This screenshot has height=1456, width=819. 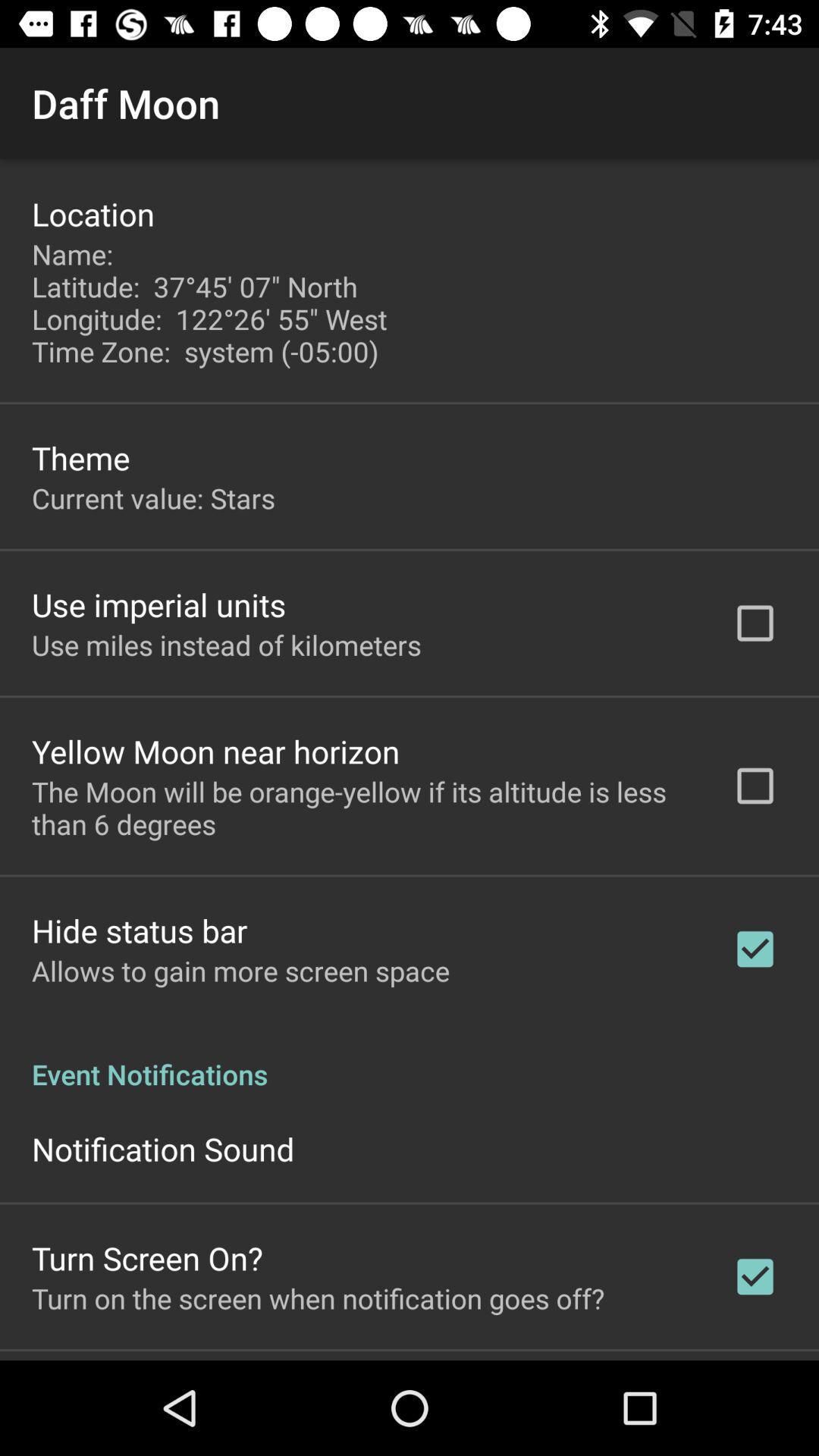 What do you see at coordinates (409, 1057) in the screenshot?
I see `event notifications app` at bounding box center [409, 1057].